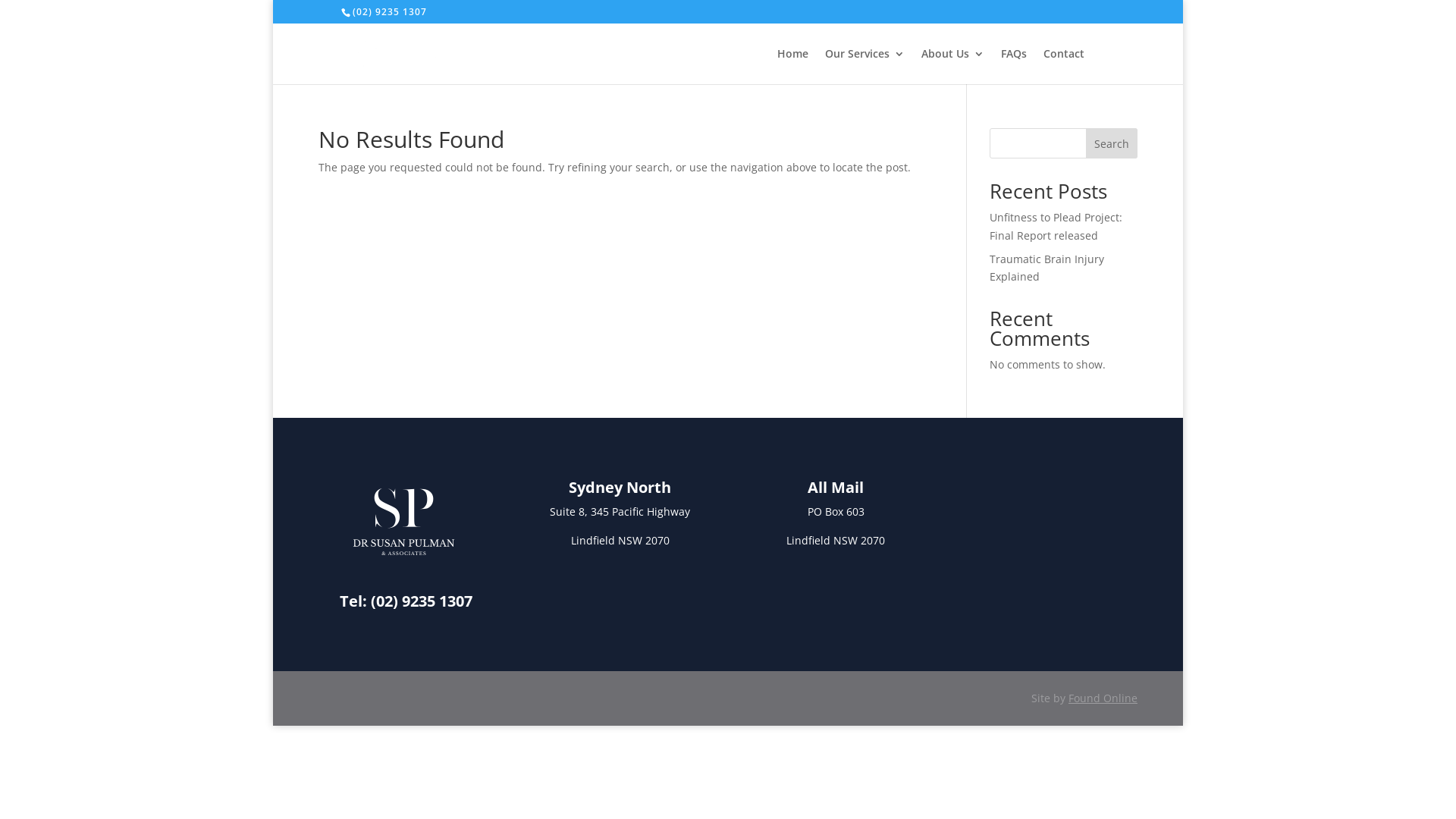 The image size is (1456, 819). Describe the element at coordinates (1062, 65) in the screenshot. I see `'Contact'` at that location.